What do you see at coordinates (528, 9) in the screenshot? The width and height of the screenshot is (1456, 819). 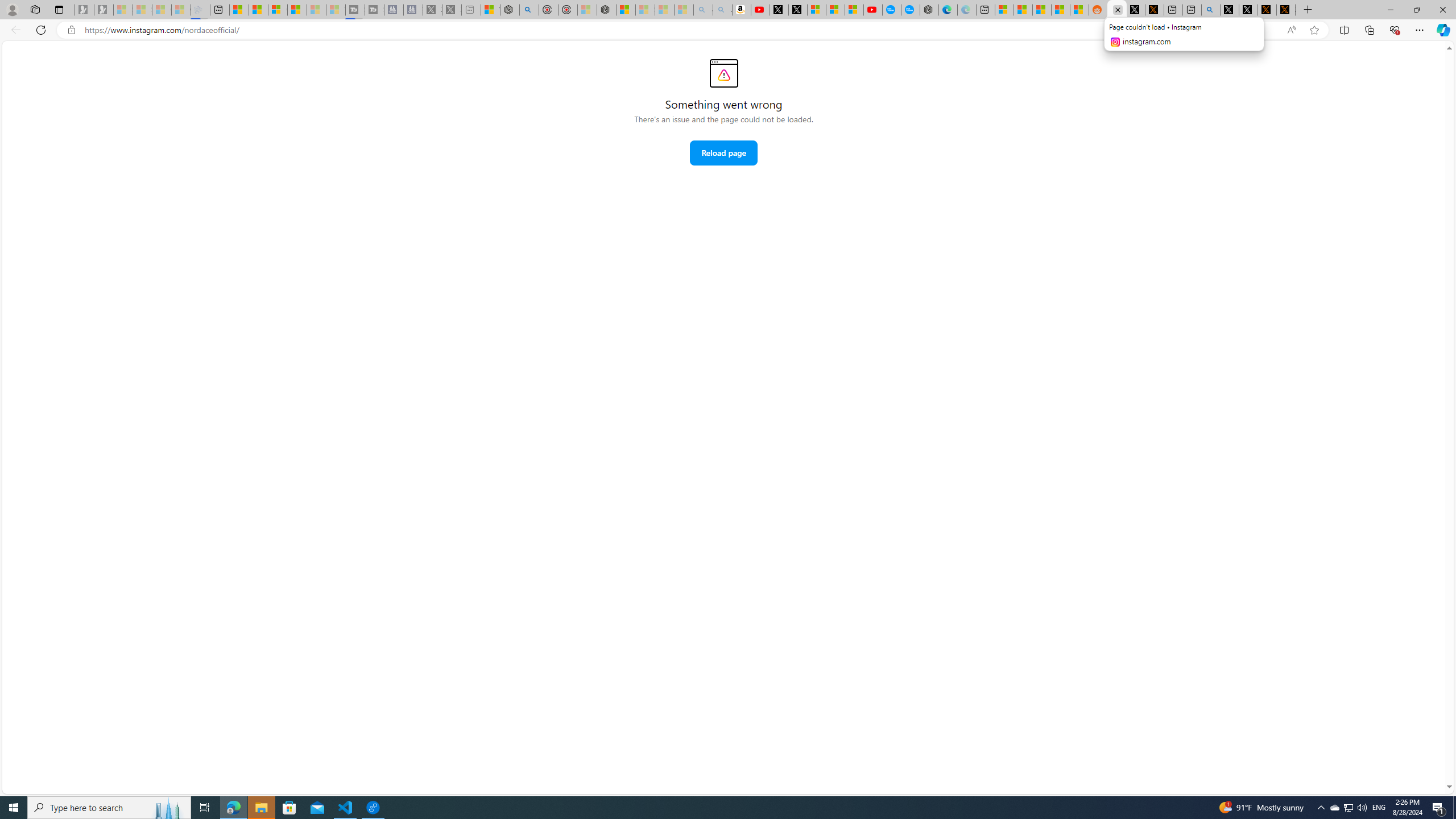 I see `'poe - Search'` at bounding box center [528, 9].